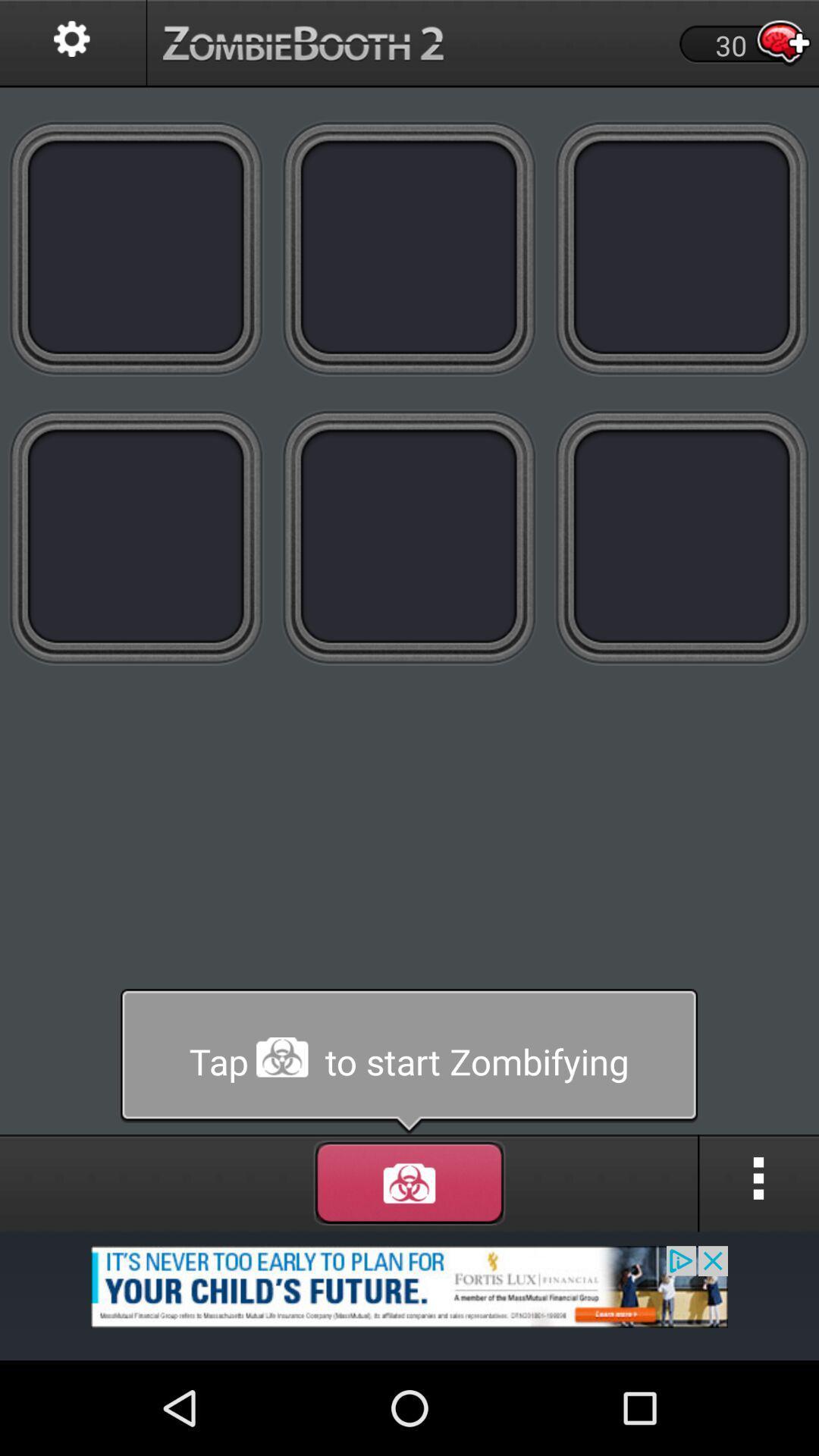  Describe the element at coordinates (408, 1061) in the screenshot. I see `start tab` at that location.